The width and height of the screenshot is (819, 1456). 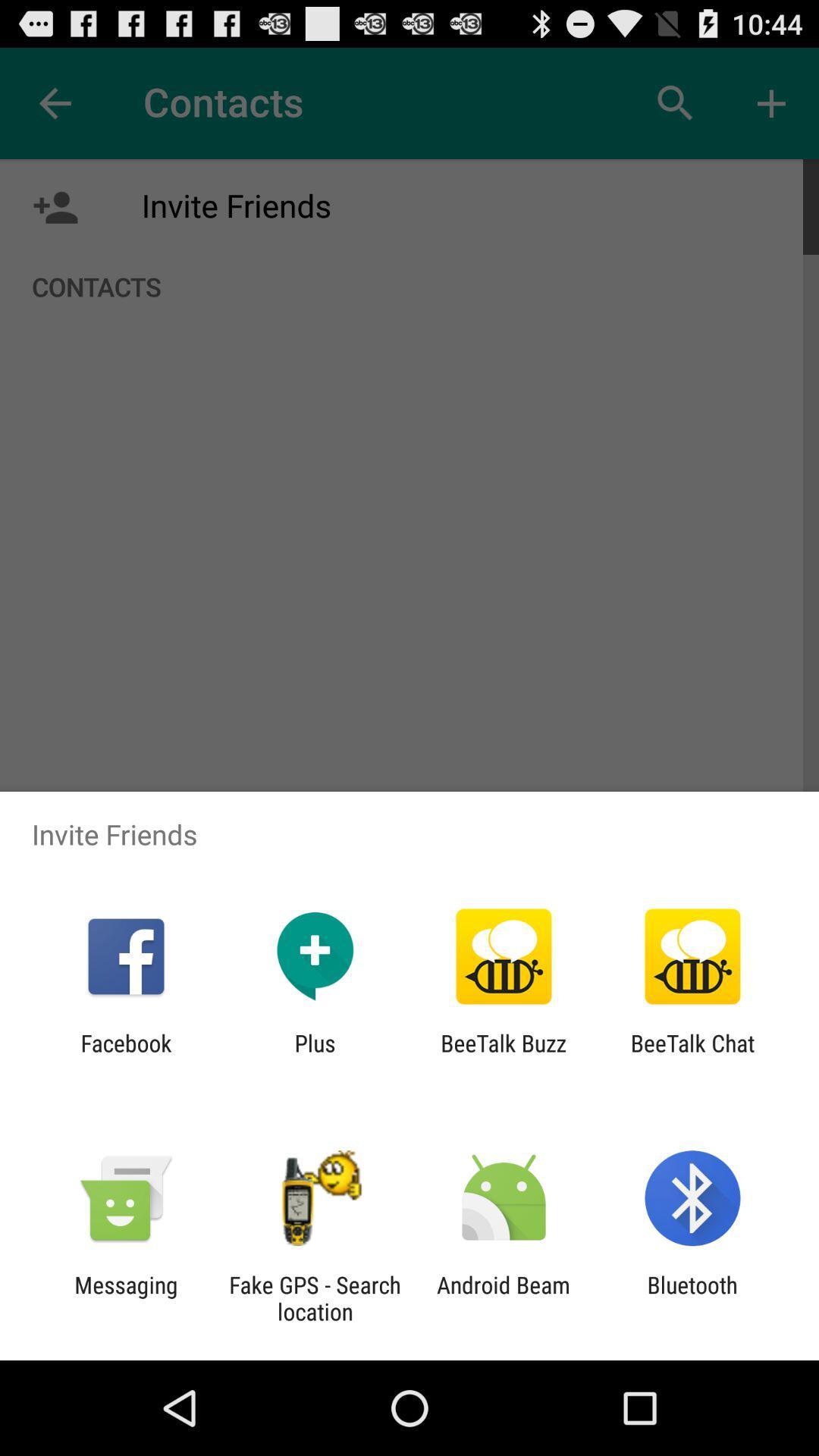 I want to click on icon to the left of the beetalk buzz icon, so click(x=314, y=1056).